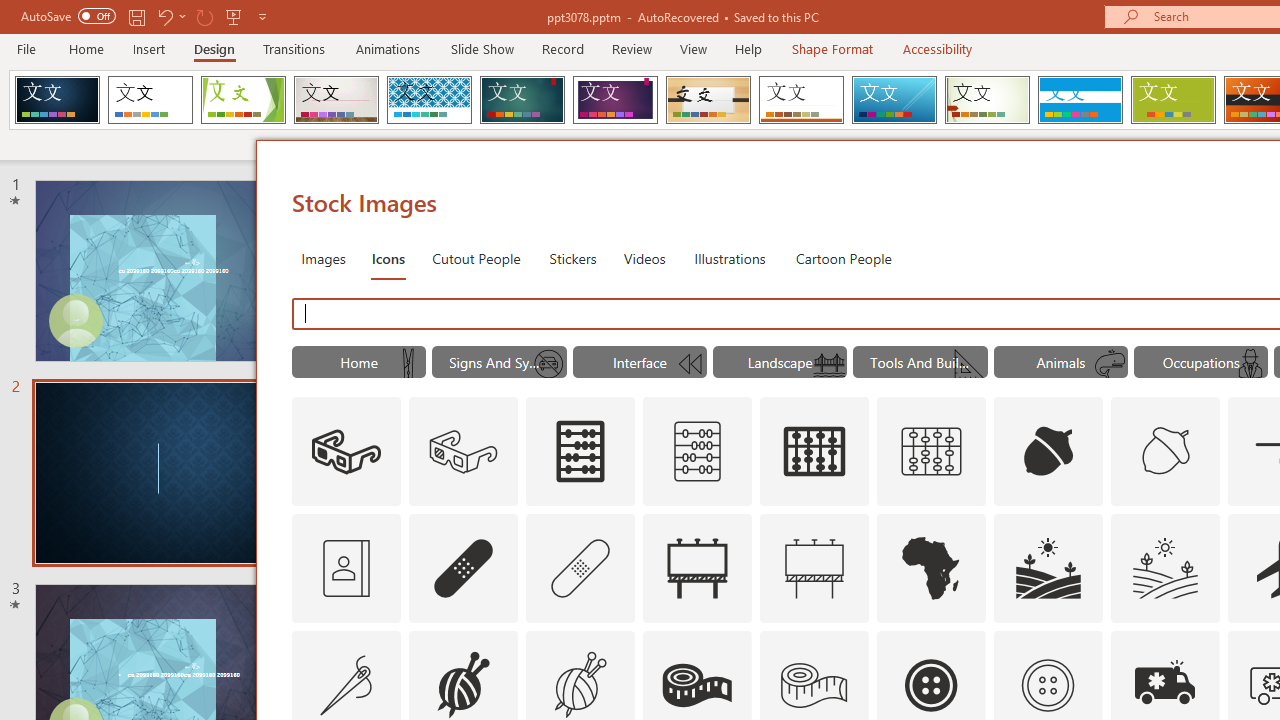  Describe the element at coordinates (640, 362) in the screenshot. I see `'"Interface" Icons.'` at that location.